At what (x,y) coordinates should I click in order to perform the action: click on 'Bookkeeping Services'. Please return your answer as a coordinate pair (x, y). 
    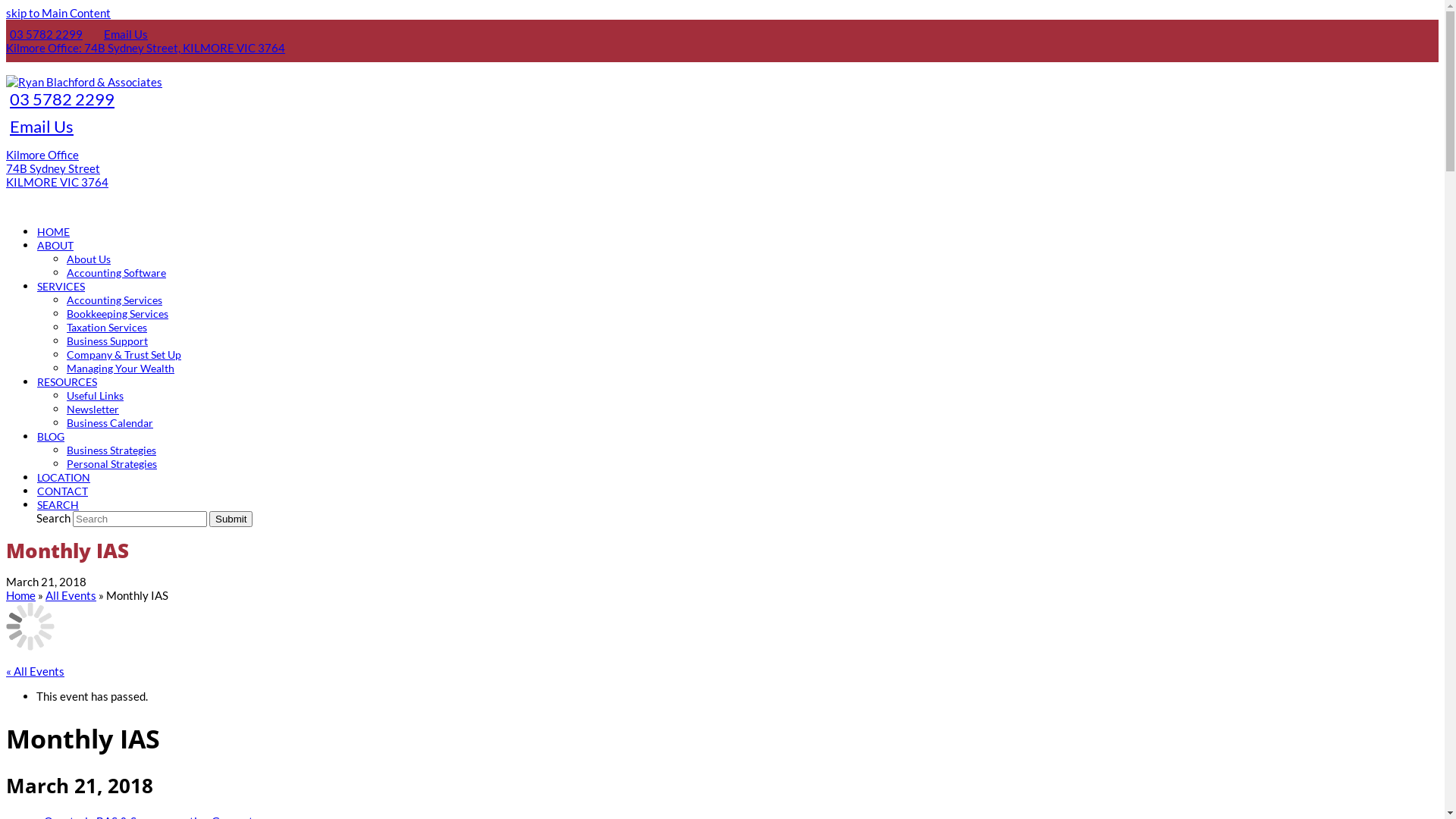
    Looking at the image, I should click on (116, 312).